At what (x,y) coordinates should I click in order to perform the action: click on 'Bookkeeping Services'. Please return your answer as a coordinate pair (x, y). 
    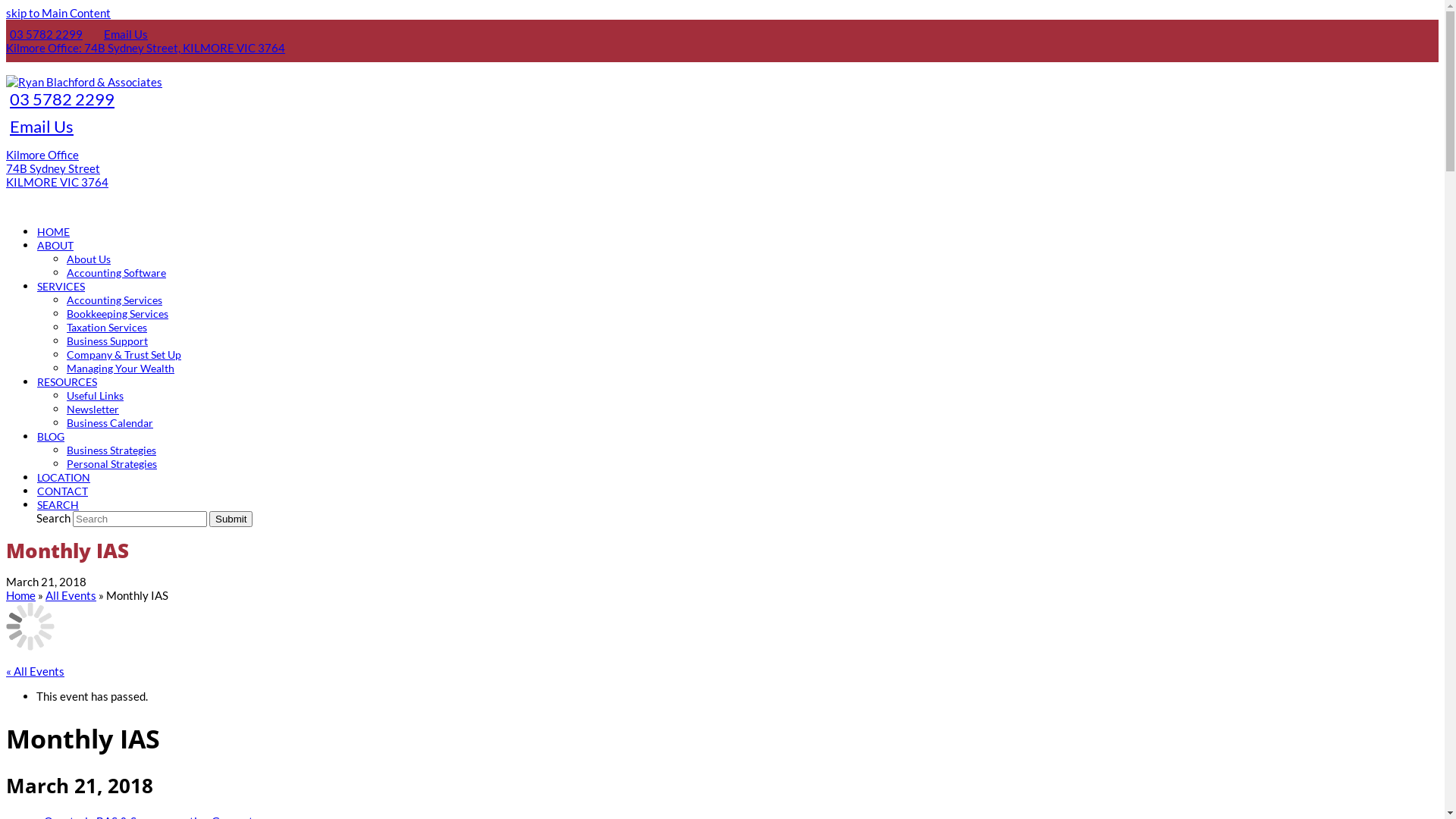
    Looking at the image, I should click on (116, 312).